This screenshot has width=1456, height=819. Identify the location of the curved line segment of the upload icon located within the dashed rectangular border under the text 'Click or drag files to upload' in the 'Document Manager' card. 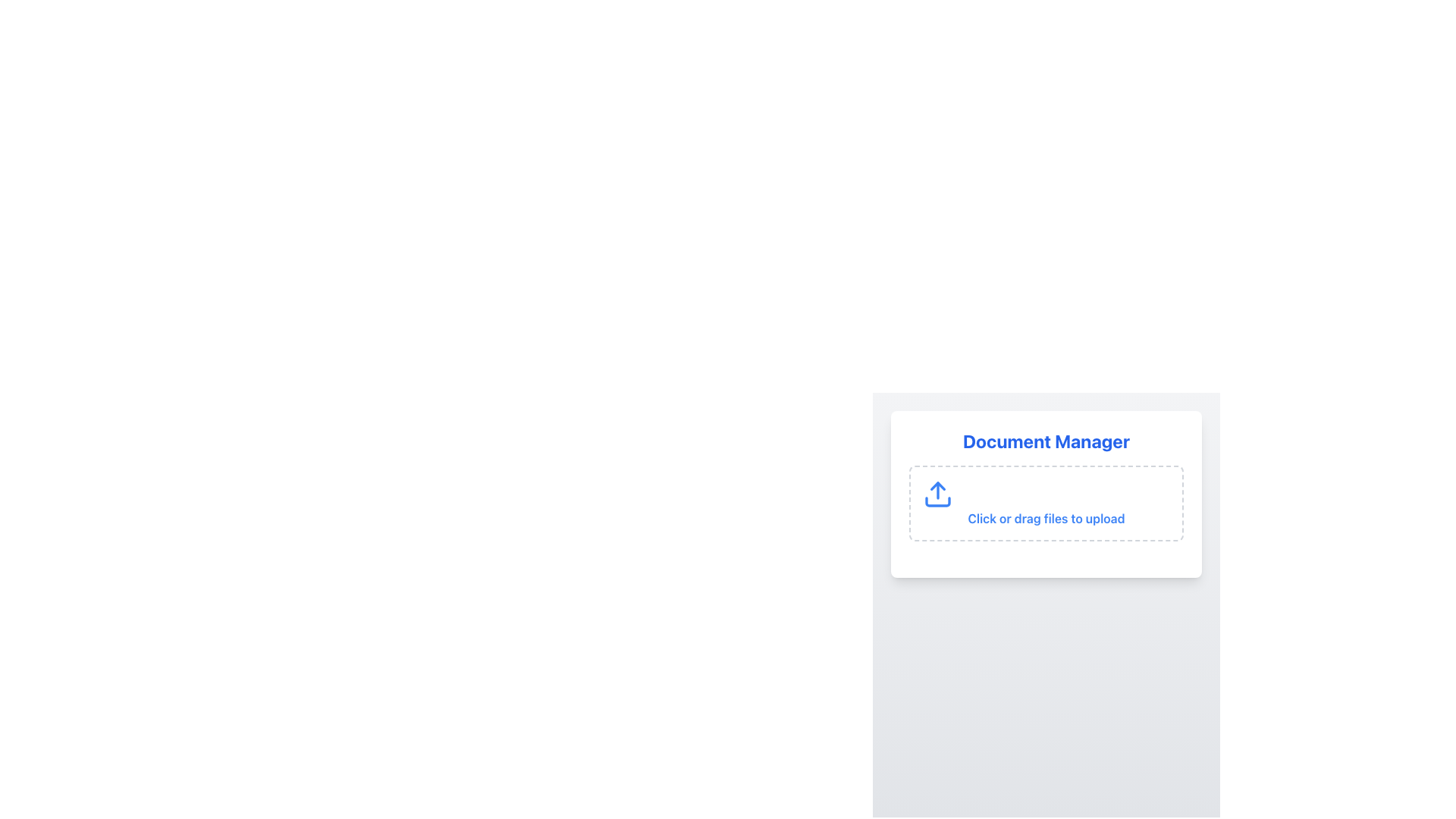
(937, 502).